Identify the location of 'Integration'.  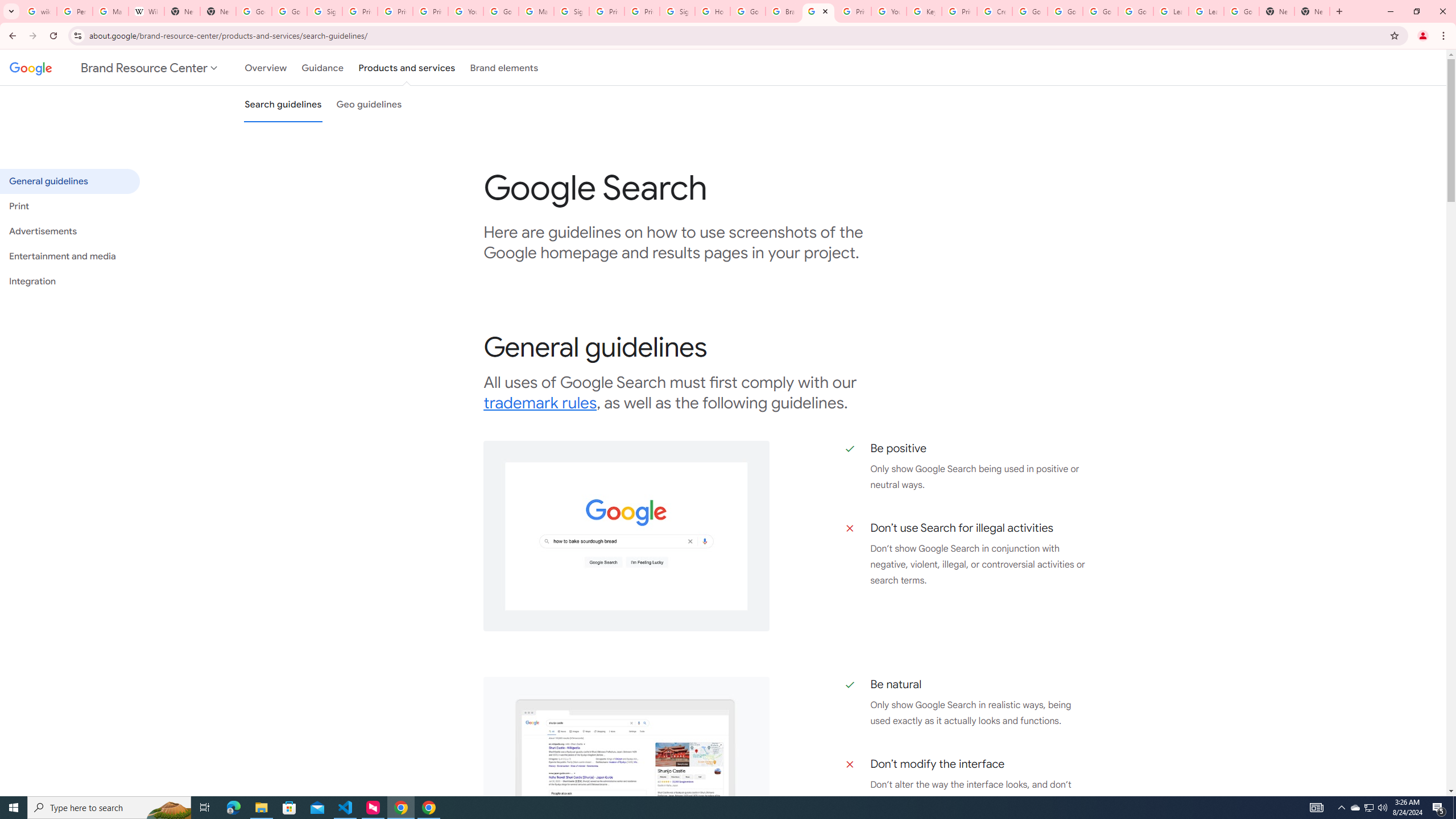
(69, 281).